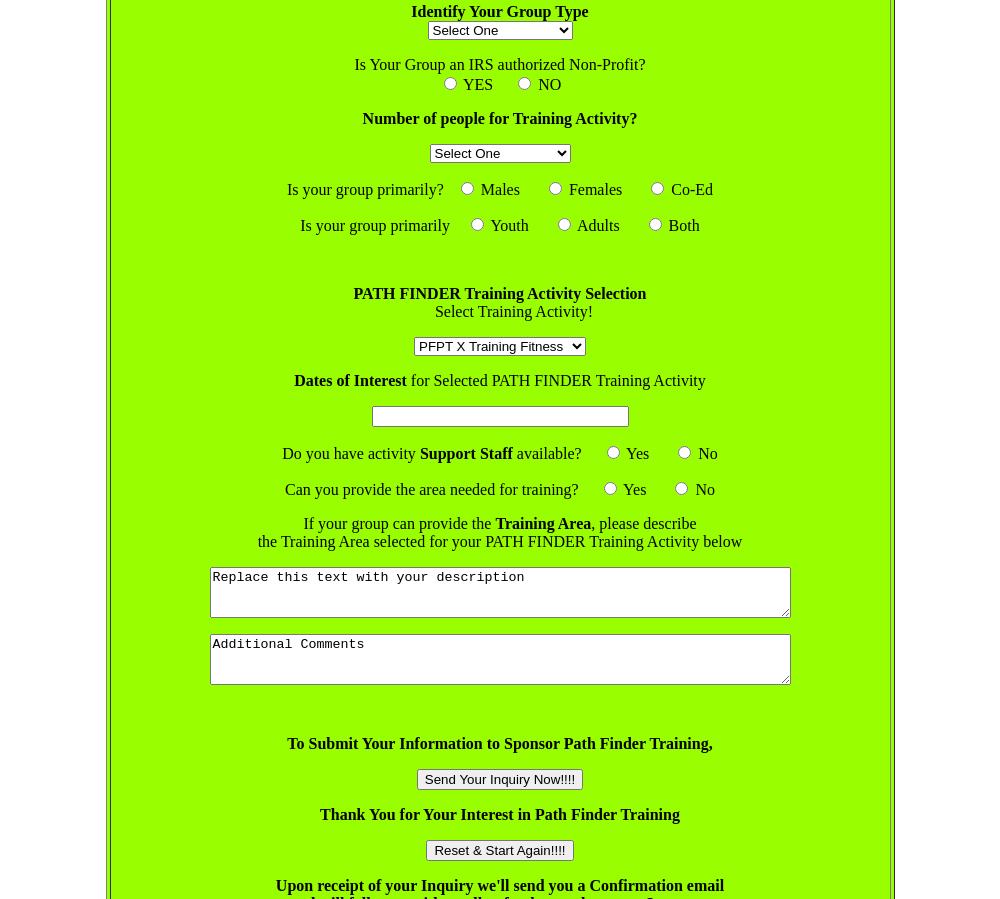 The width and height of the screenshot is (1000, 899). I want to click on 'Number of people for Training Activity?', so click(361, 117).